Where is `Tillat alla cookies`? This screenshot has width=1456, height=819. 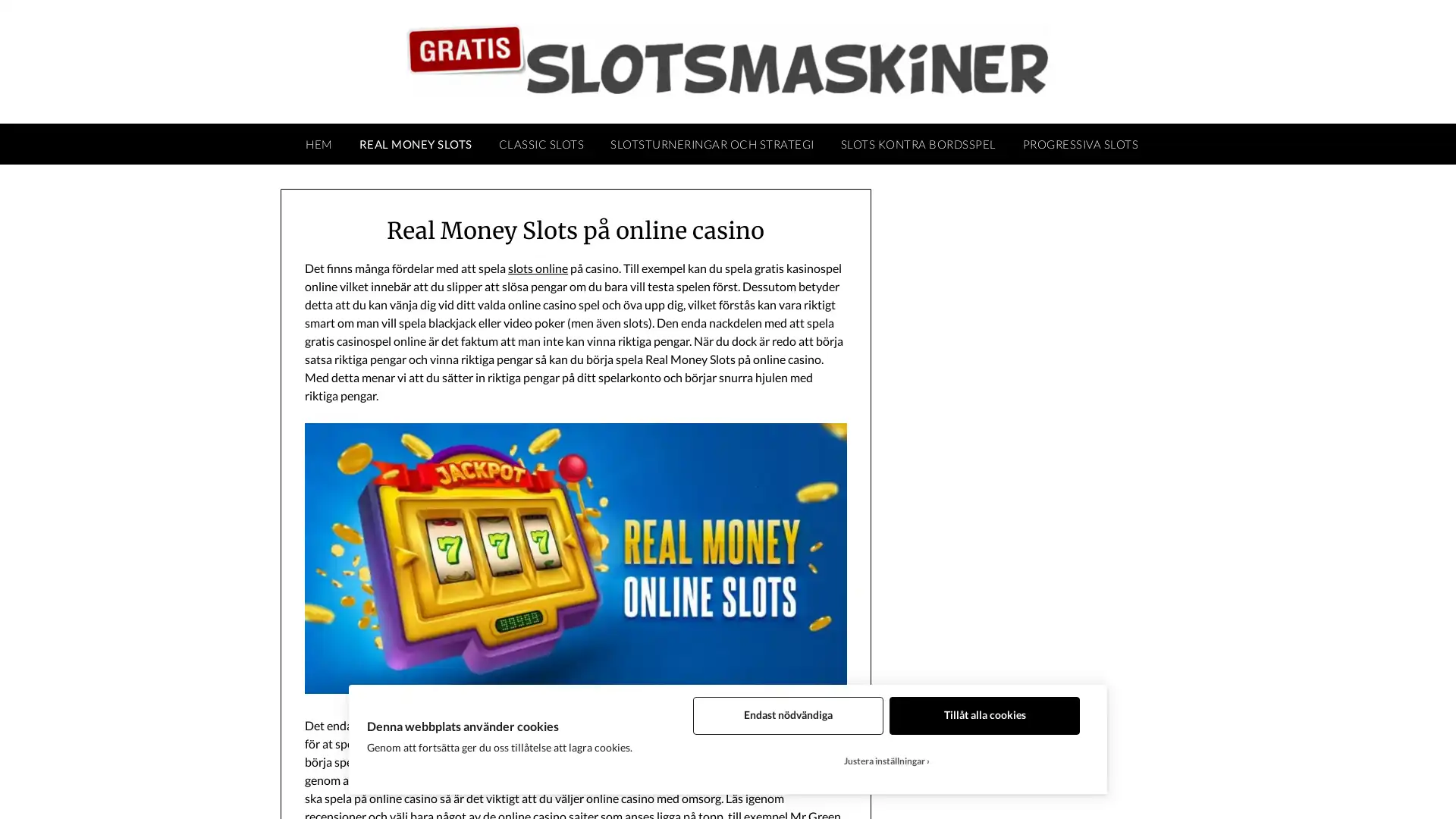
Tillat alla cookies is located at coordinates (984, 716).